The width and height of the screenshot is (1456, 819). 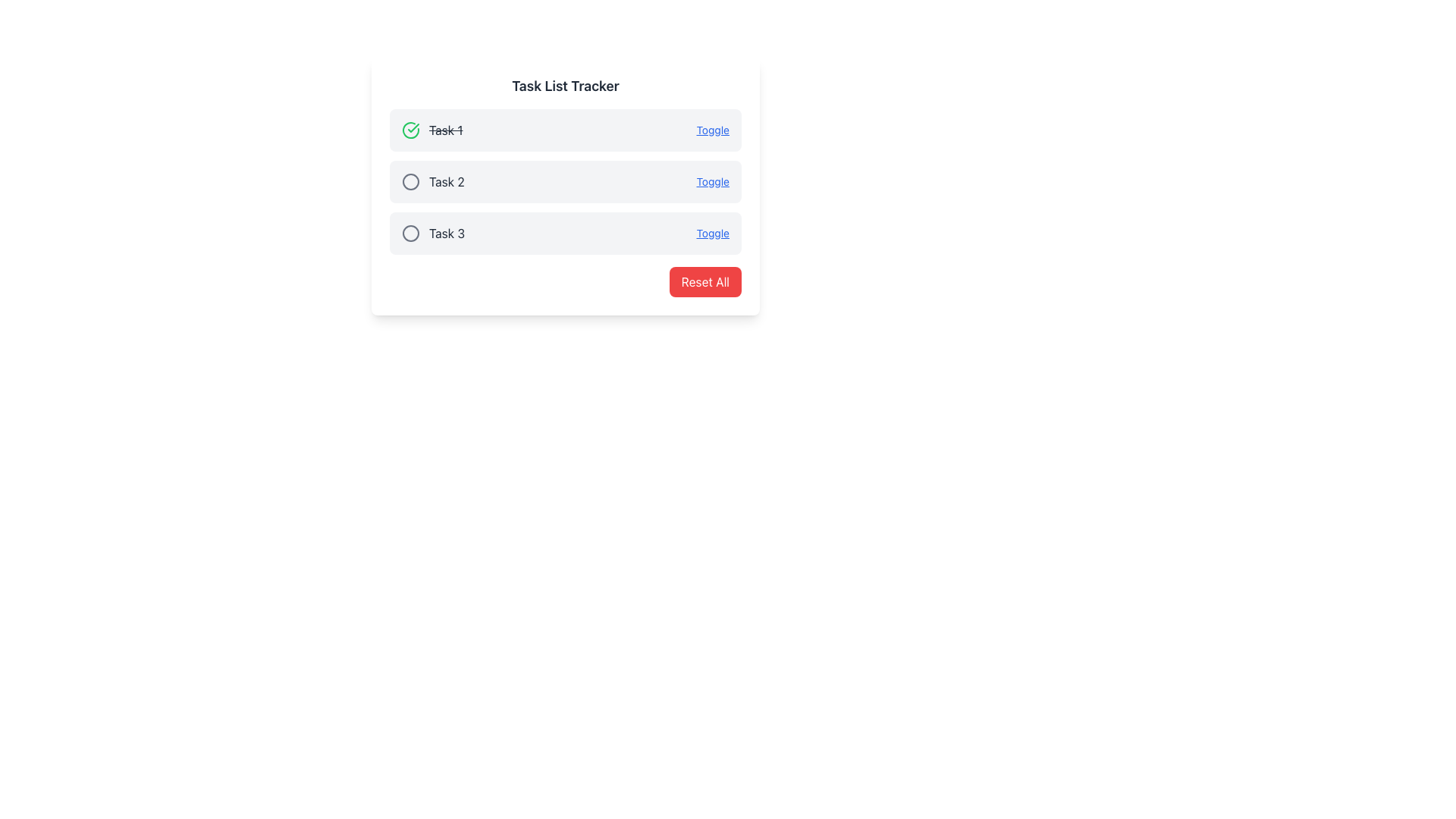 What do you see at coordinates (411, 234) in the screenshot?
I see `the gray circular icon with a hollow center located to the left of the text 'Task 3' in the 'Task List Tracker'` at bounding box center [411, 234].